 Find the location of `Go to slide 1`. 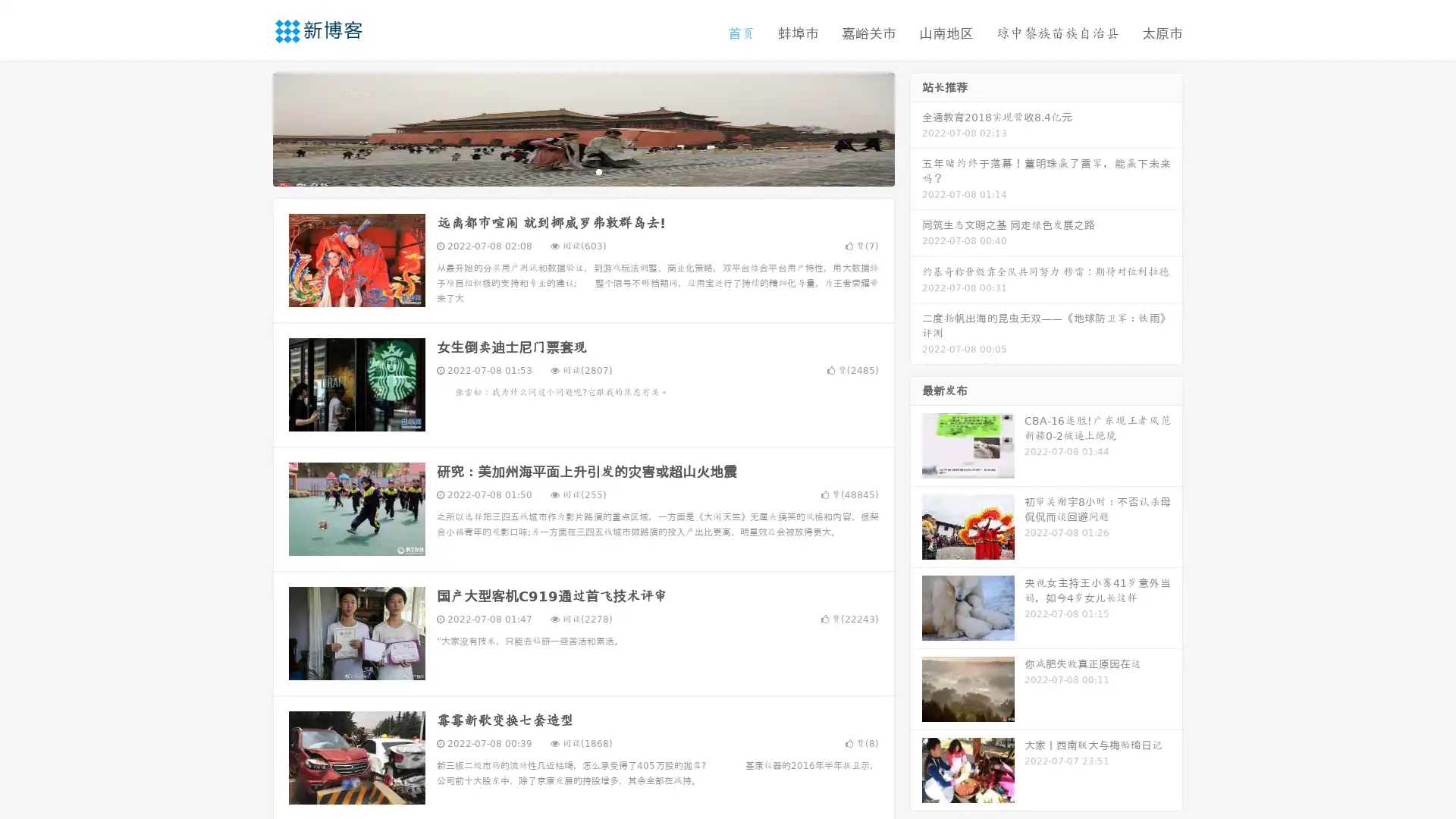

Go to slide 1 is located at coordinates (567, 171).